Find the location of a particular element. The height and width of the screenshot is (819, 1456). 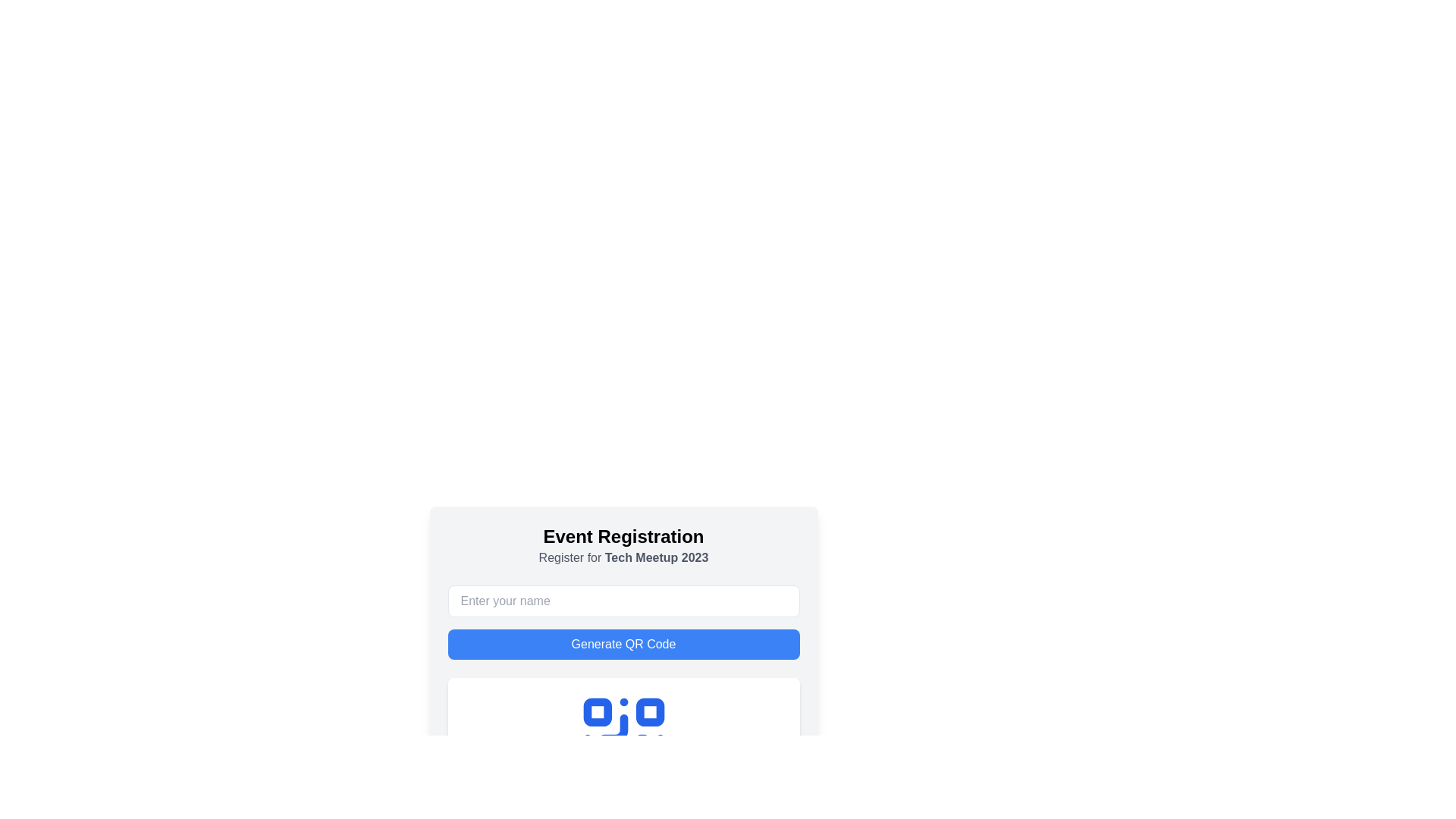

text displayed at the top of the event registration section for 'Tech Meetup 2023', which provides the title and context for the form is located at coordinates (623, 546).